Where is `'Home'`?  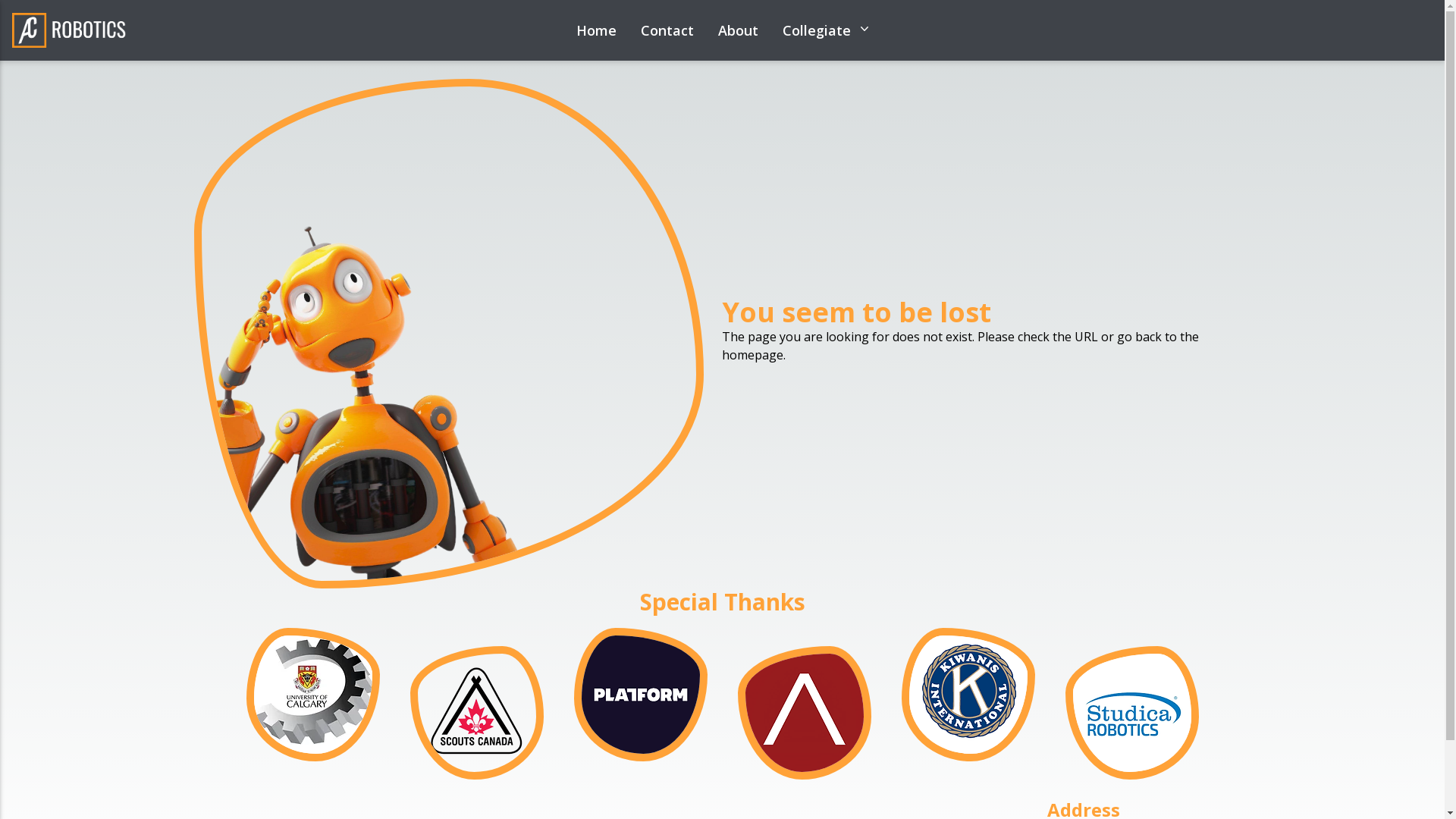
'Home' is located at coordinates (575, 30).